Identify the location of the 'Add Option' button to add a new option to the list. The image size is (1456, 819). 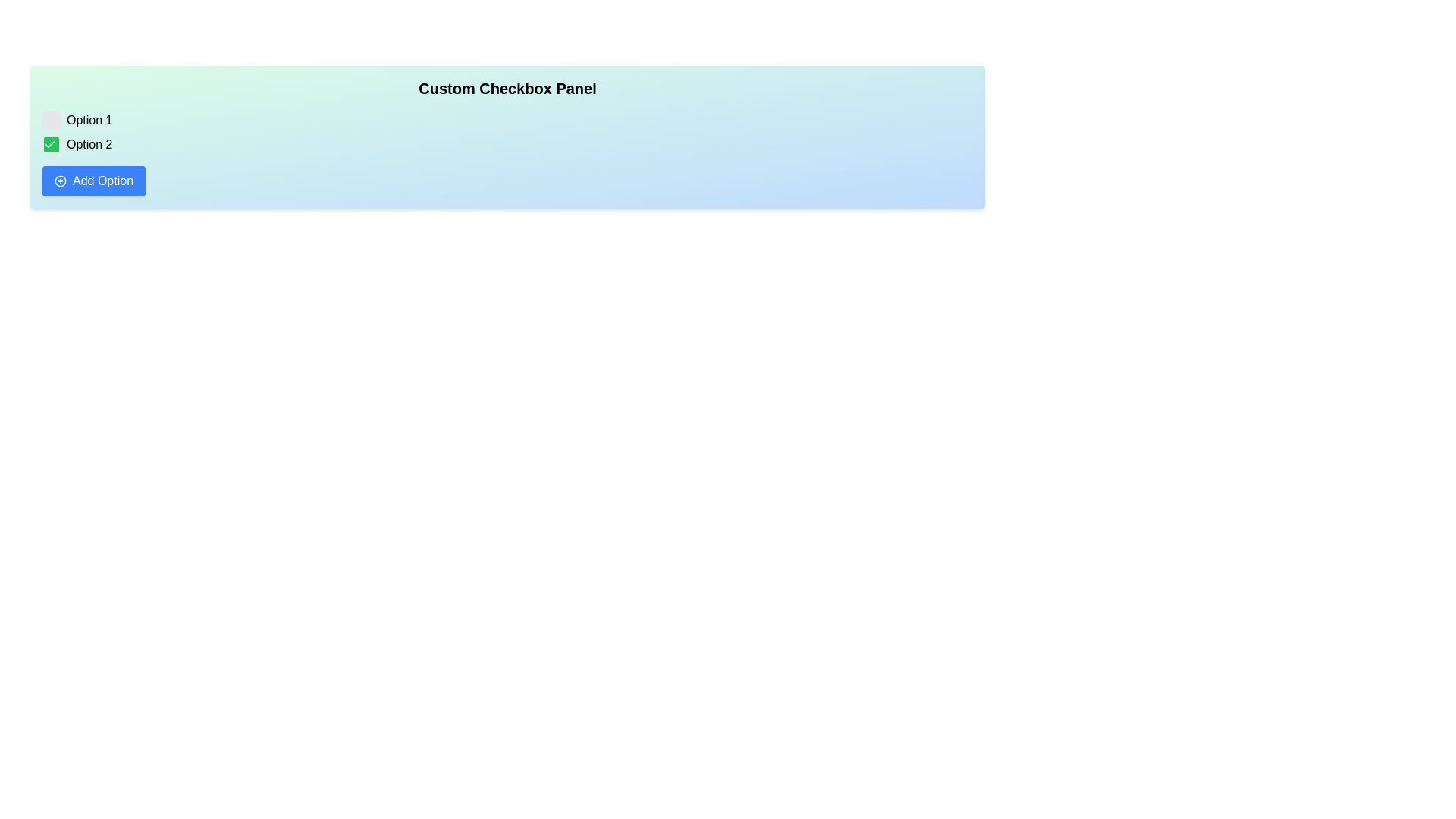
(93, 180).